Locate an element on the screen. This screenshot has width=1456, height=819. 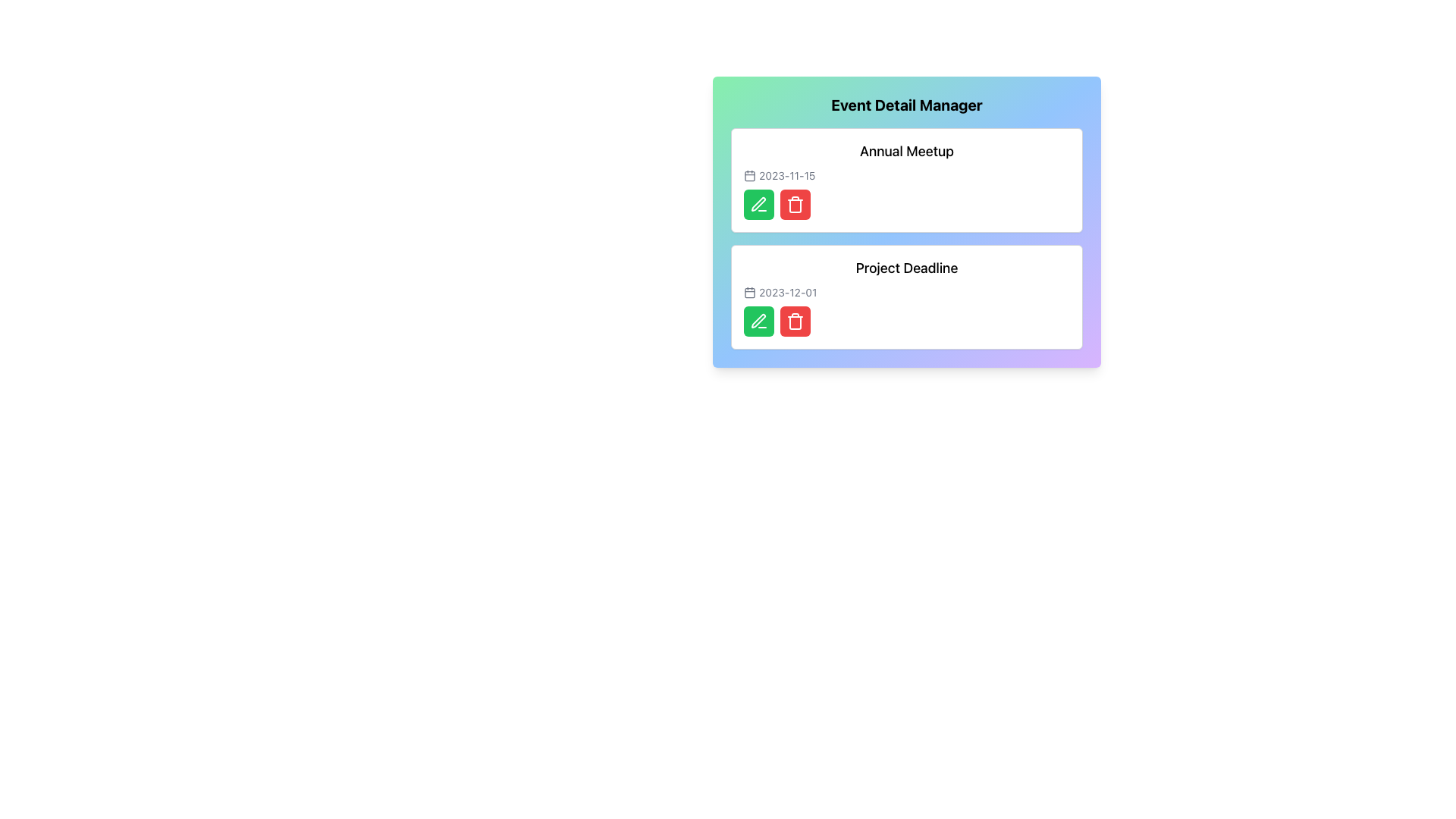
the red trash bin button in the second event entry of the Event Detail Manager is located at coordinates (795, 321).